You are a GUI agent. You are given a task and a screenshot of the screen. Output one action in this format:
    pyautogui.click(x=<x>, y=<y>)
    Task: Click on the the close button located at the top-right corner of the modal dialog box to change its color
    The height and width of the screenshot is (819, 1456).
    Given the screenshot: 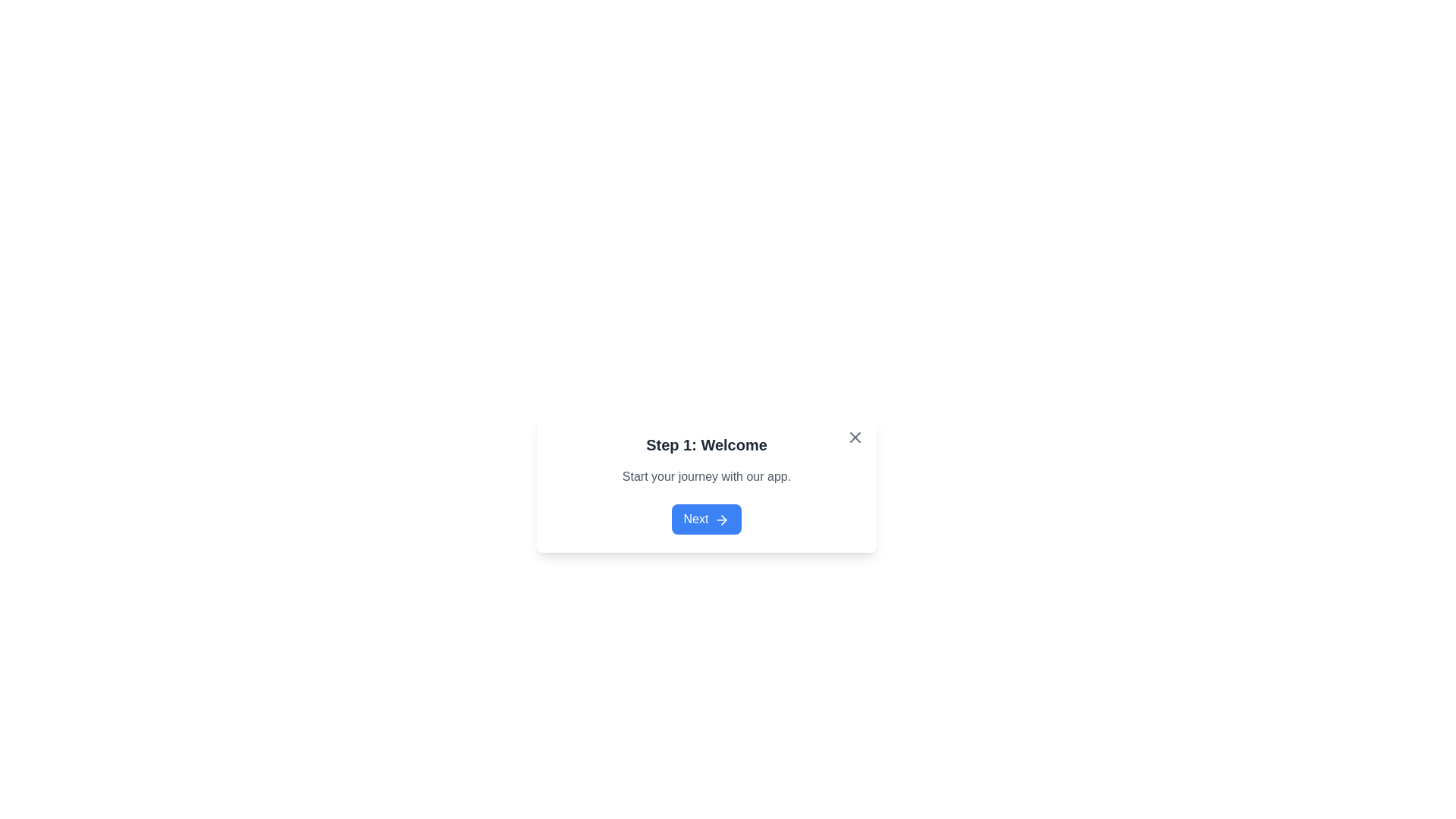 What is the action you would take?
    pyautogui.click(x=855, y=438)
    